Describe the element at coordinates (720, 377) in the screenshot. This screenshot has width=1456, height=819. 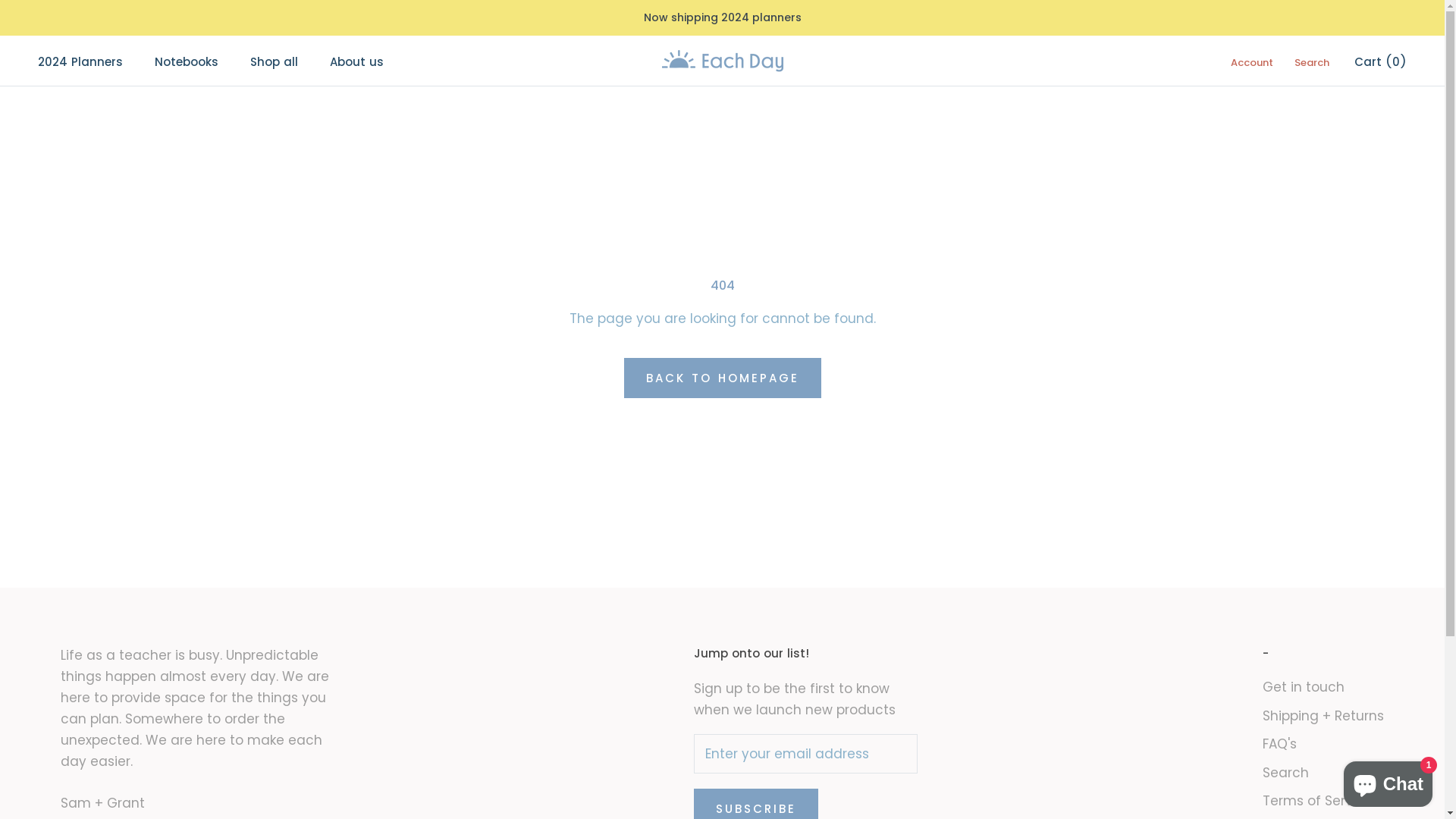
I see `'BACK TO HOMEPAGE'` at that location.